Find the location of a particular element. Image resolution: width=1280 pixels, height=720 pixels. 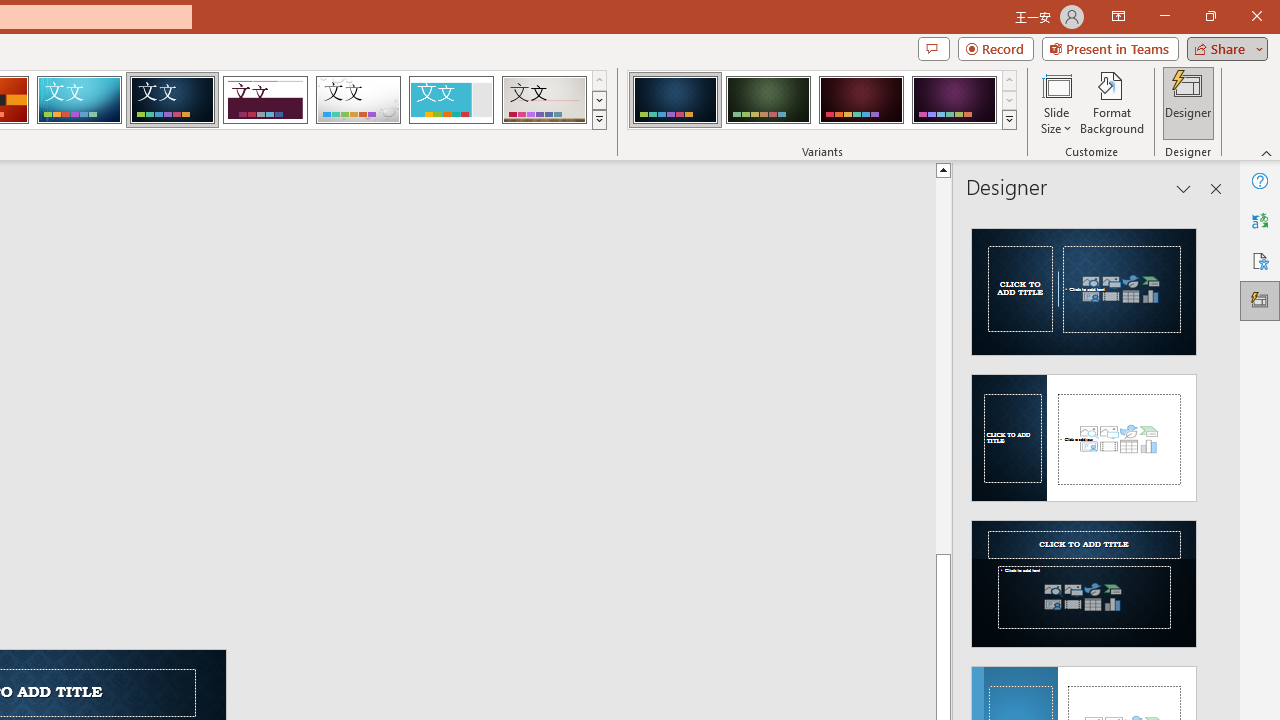

'Themes' is located at coordinates (598, 120).